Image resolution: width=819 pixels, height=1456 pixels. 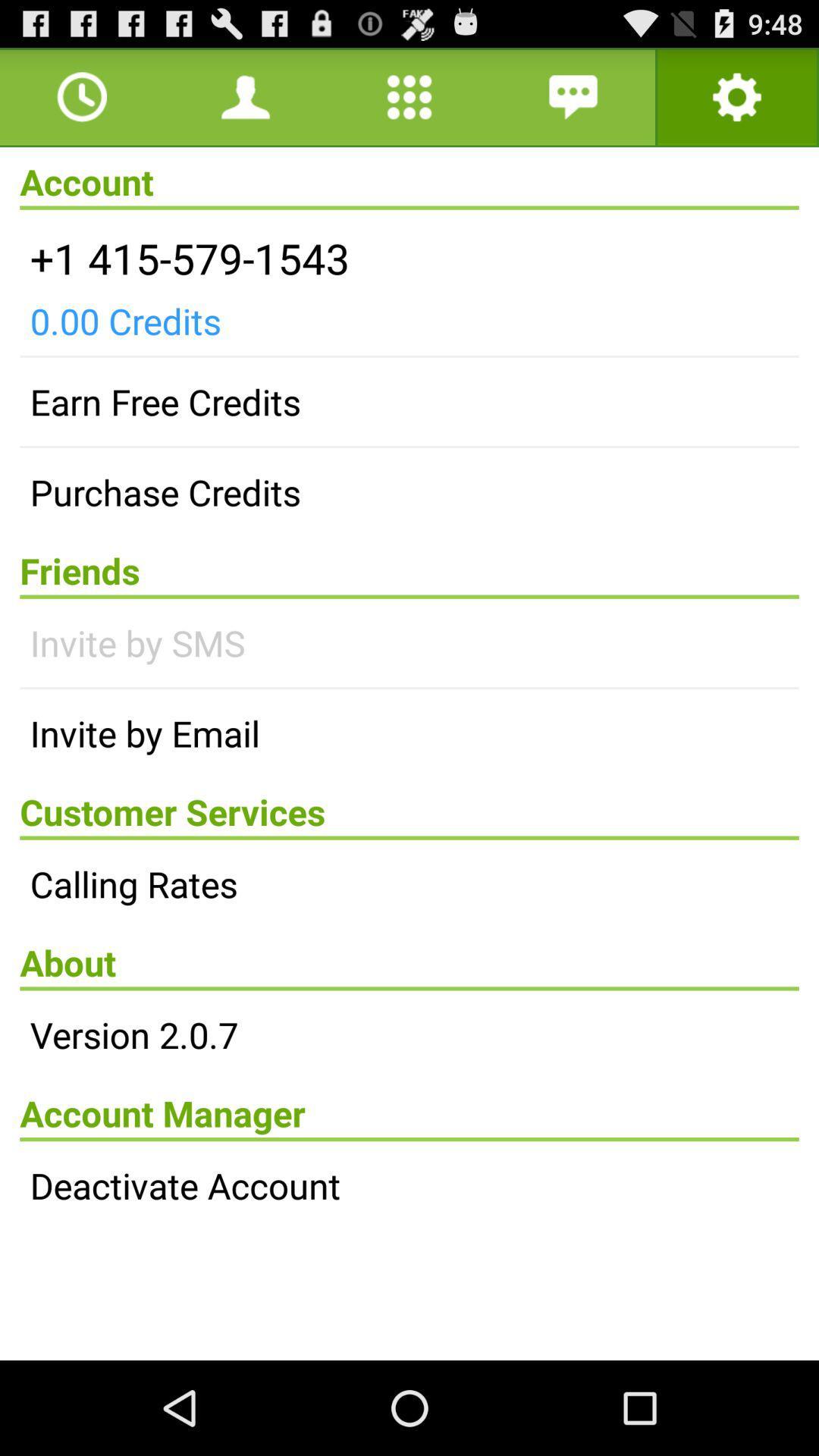 I want to click on deactivate account item, so click(x=409, y=1185).